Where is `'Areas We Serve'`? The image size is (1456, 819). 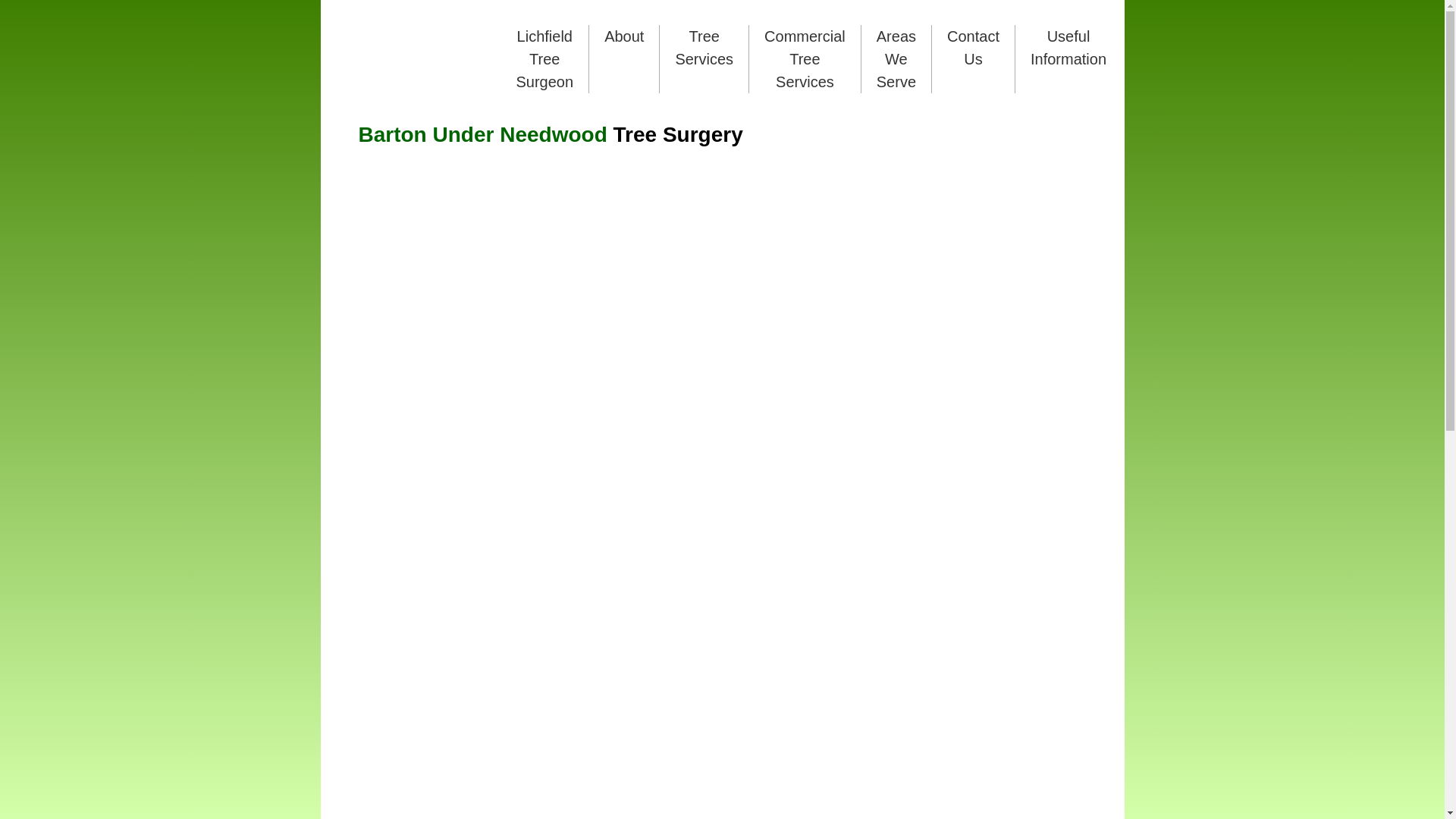
'Areas We Serve' is located at coordinates (877, 58).